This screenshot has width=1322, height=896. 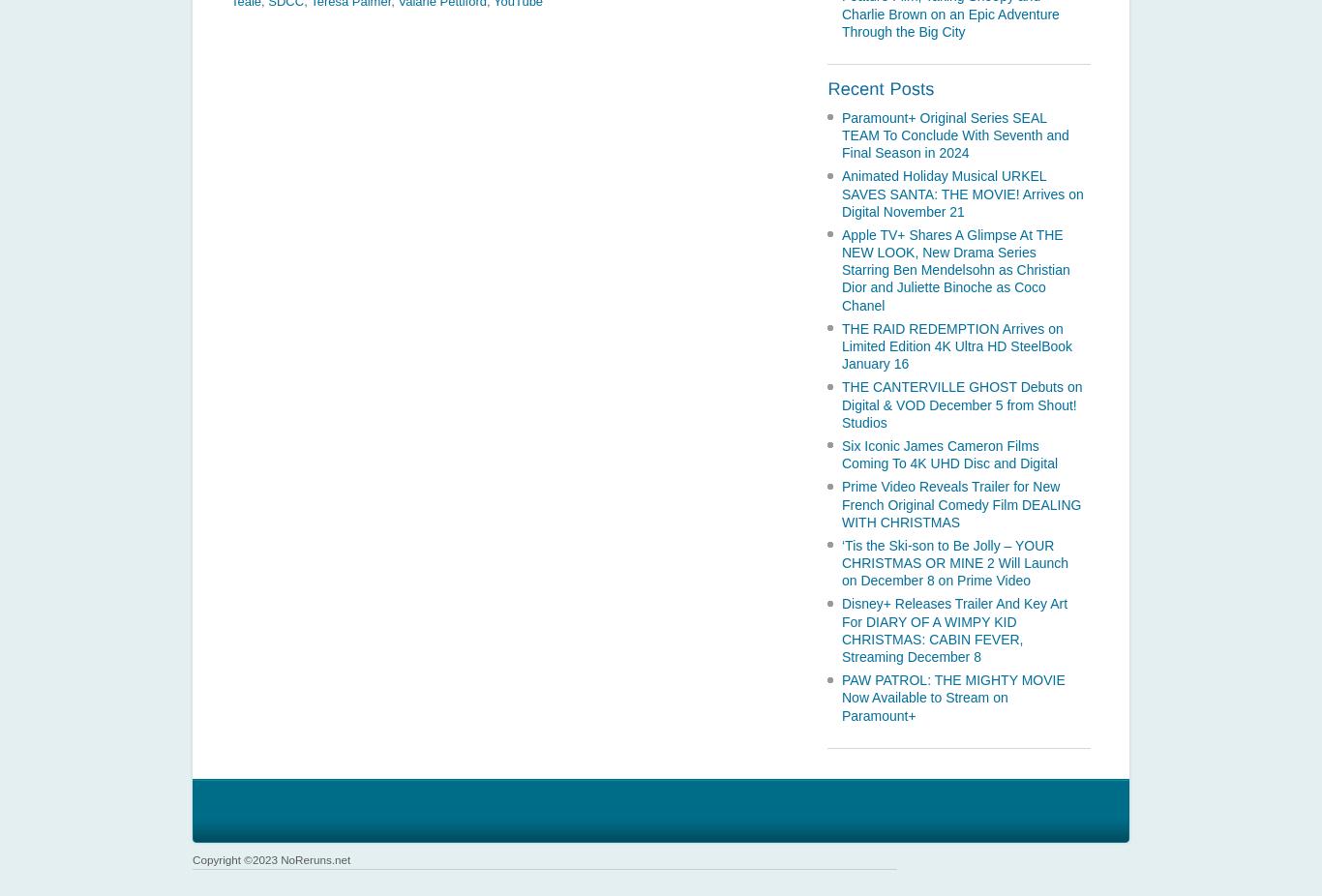 I want to click on 'Paramount+ Original Series SEAL TEAM To Conclude With Seventh and Final Season in 2024', so click(x=954, y=134).